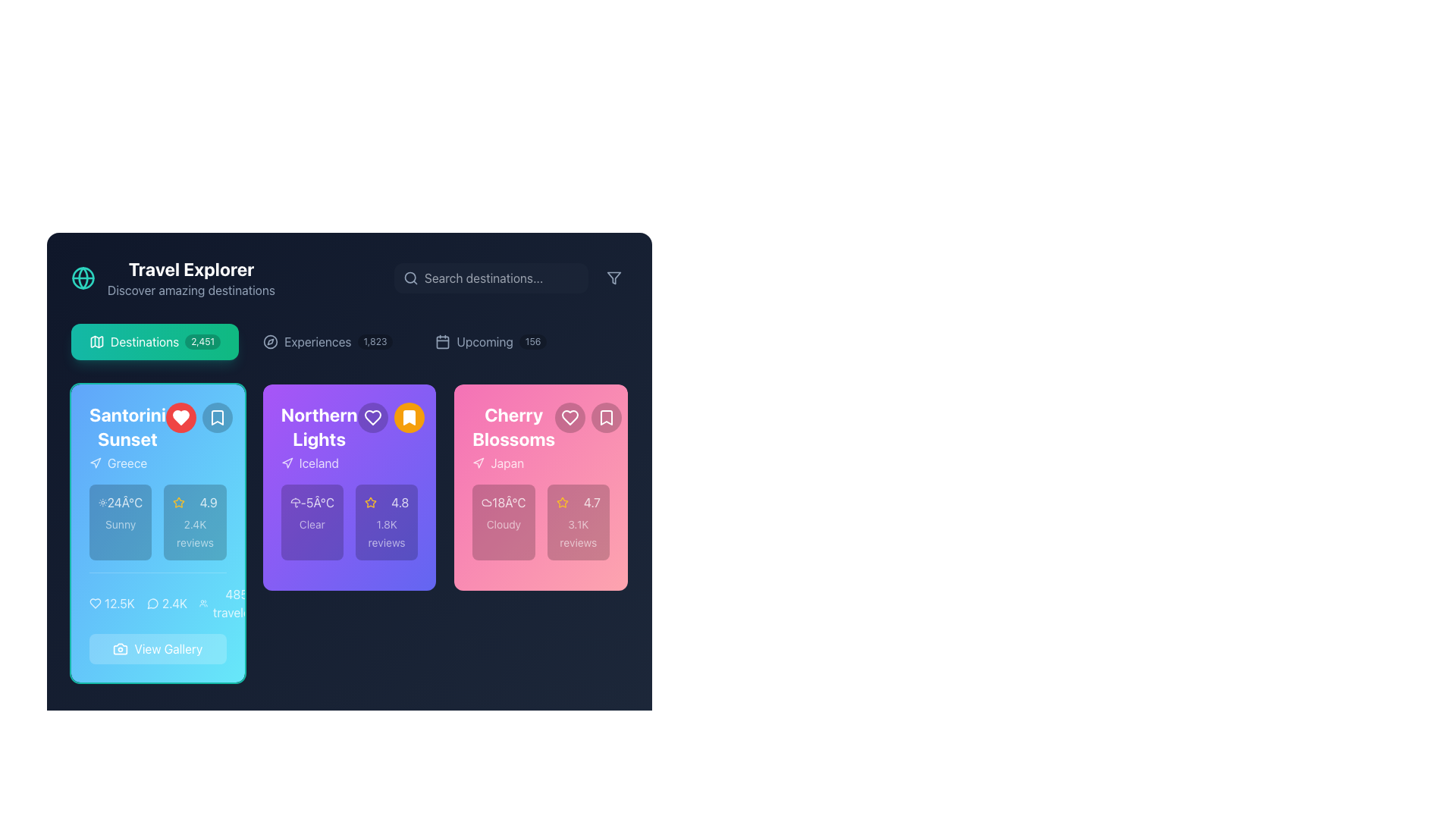 Image resolution: width=1456 pixels, height=819 pixels. Describe the element at coordinates (179, 503) in the screenshot. I see `the star icon representing a rating score of 4.9, located within the 'Santorini Sunset' card` at that location.